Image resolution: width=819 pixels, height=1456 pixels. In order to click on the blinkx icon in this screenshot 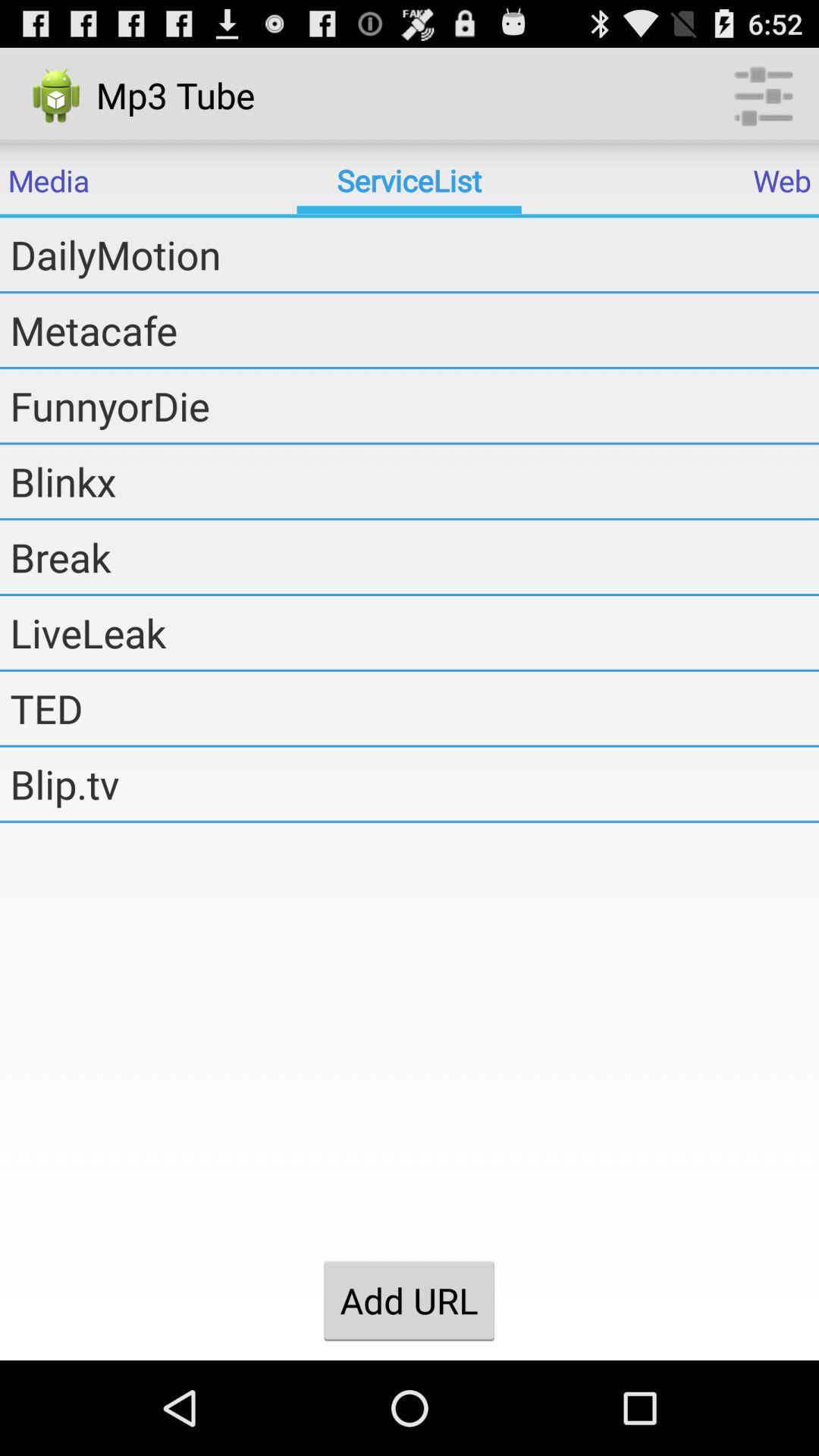, I will do `click(414, 480)`.